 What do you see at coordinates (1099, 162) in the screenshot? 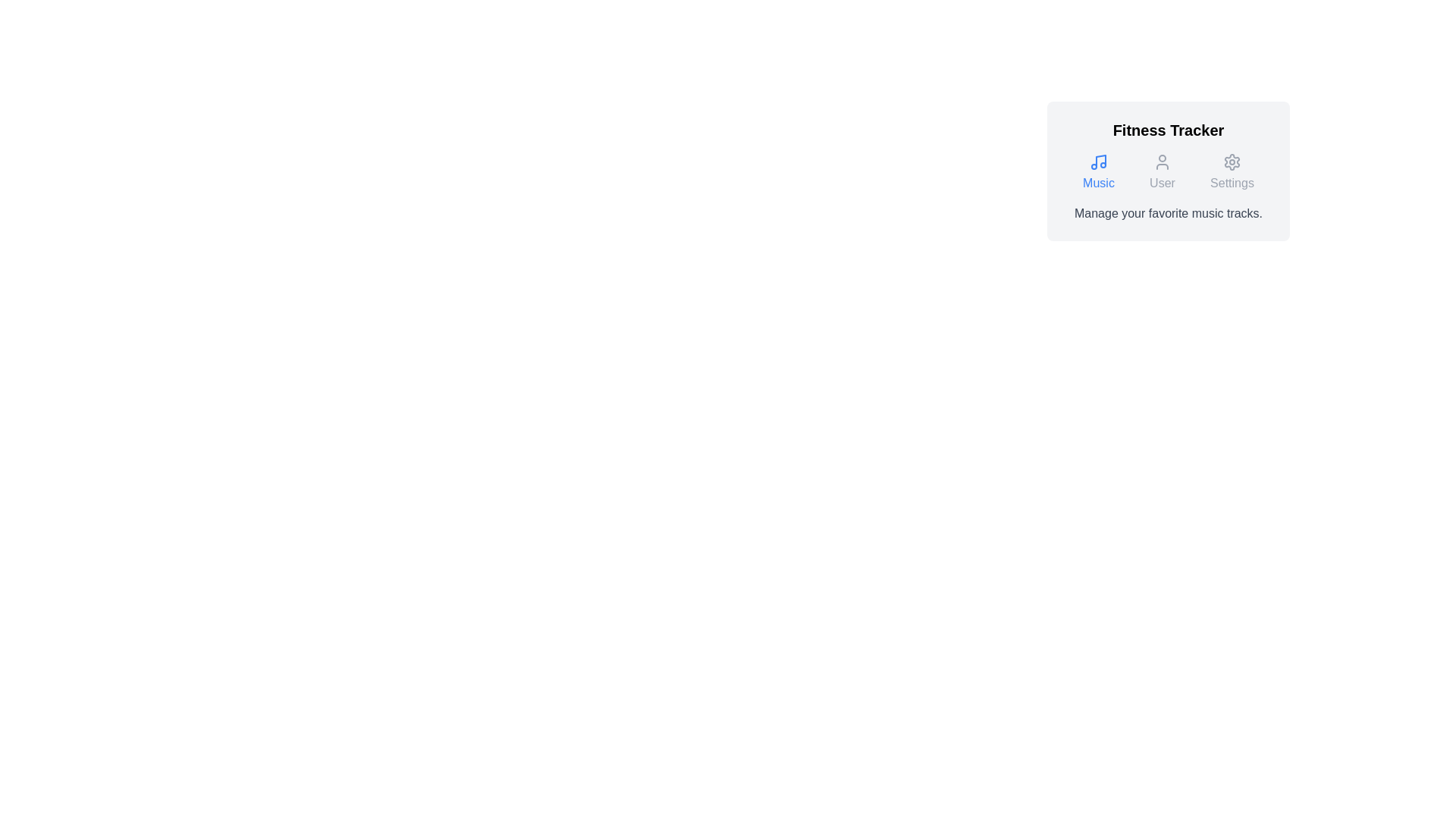
I see `the music icon, which is the leftmost element in the group above the text 'Music'` at bounding box center [1099, 162].